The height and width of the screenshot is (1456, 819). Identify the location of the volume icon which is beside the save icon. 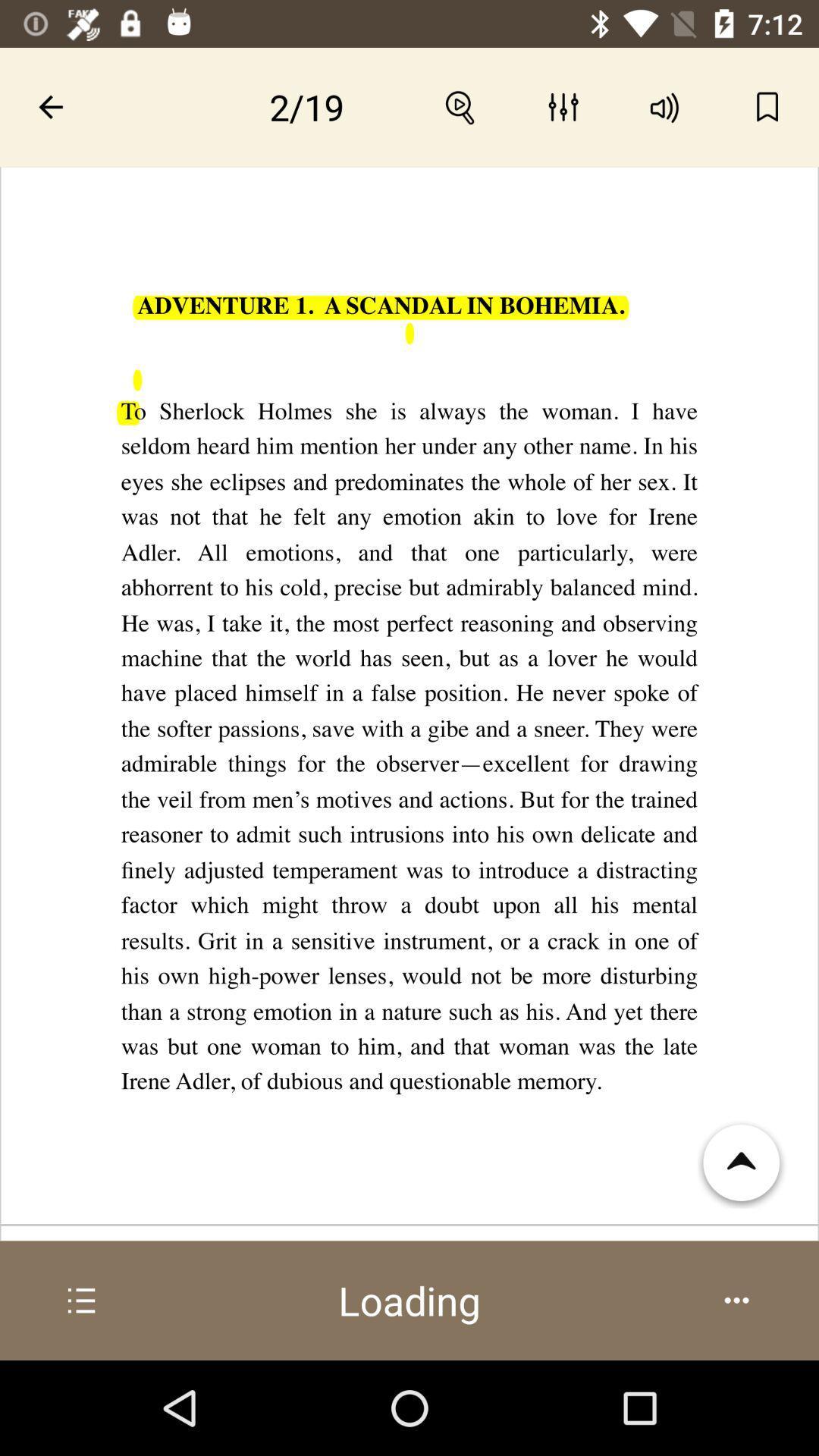
(664, 106).